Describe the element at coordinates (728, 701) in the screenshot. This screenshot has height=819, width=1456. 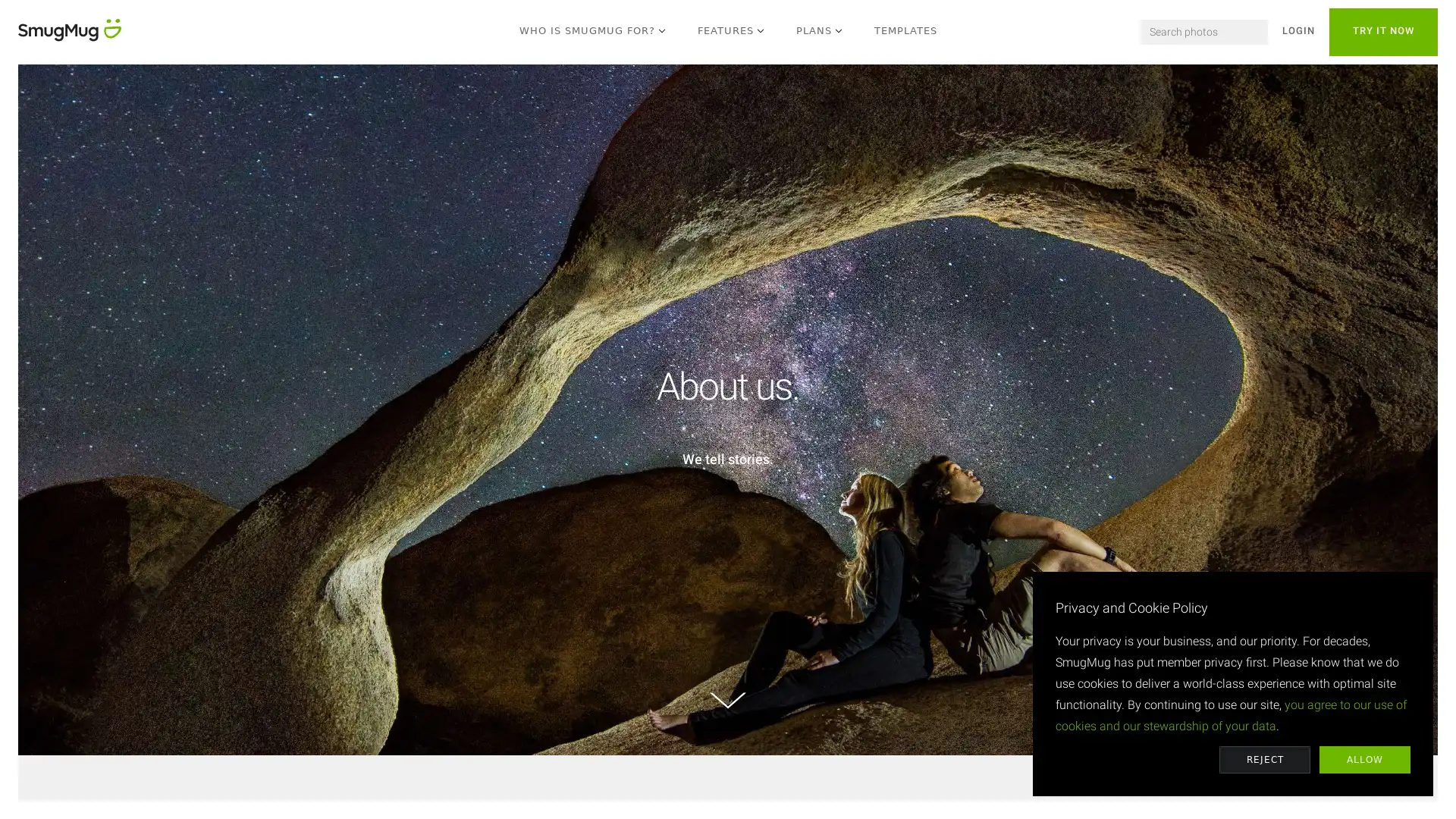
I see `Scroll Down` at that location.